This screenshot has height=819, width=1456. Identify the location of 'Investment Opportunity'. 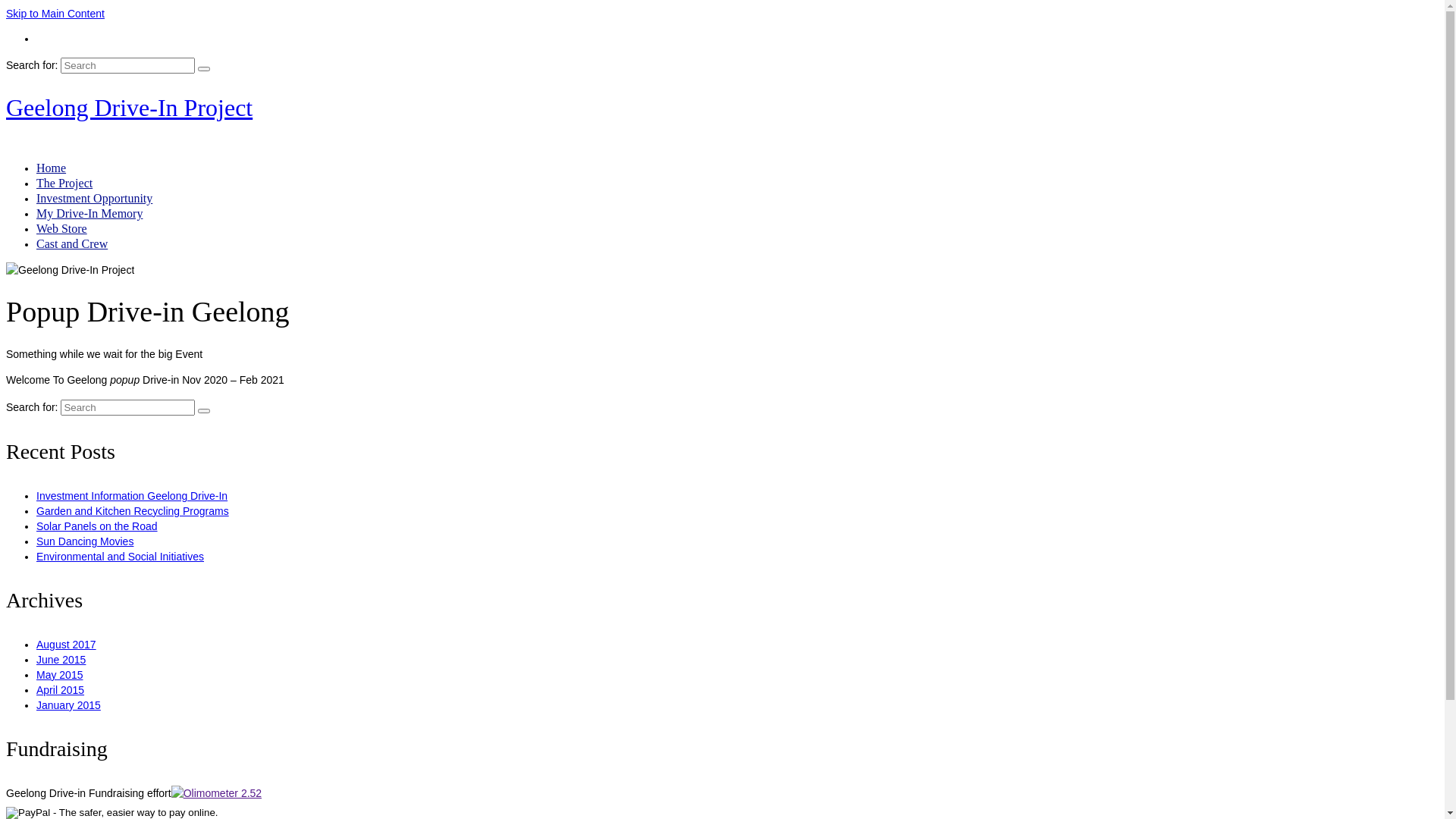
(36, 197).